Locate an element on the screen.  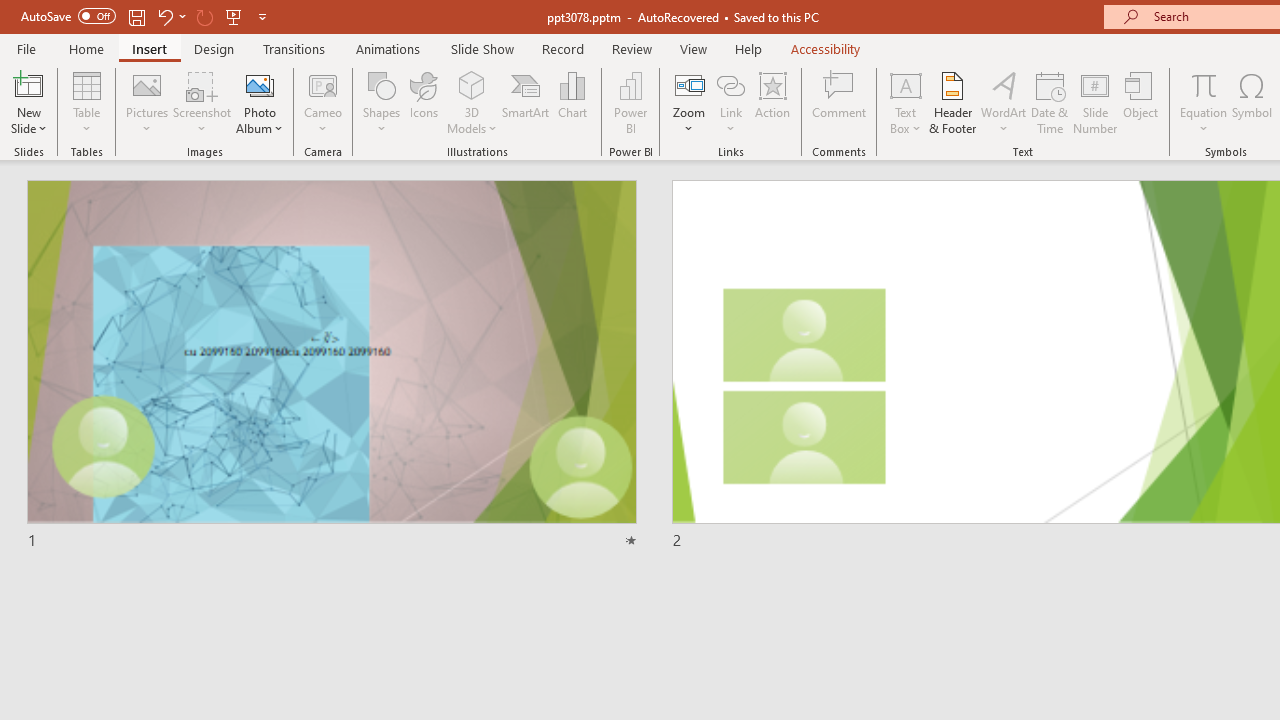
'Action' is located at coordinates (772, 103).